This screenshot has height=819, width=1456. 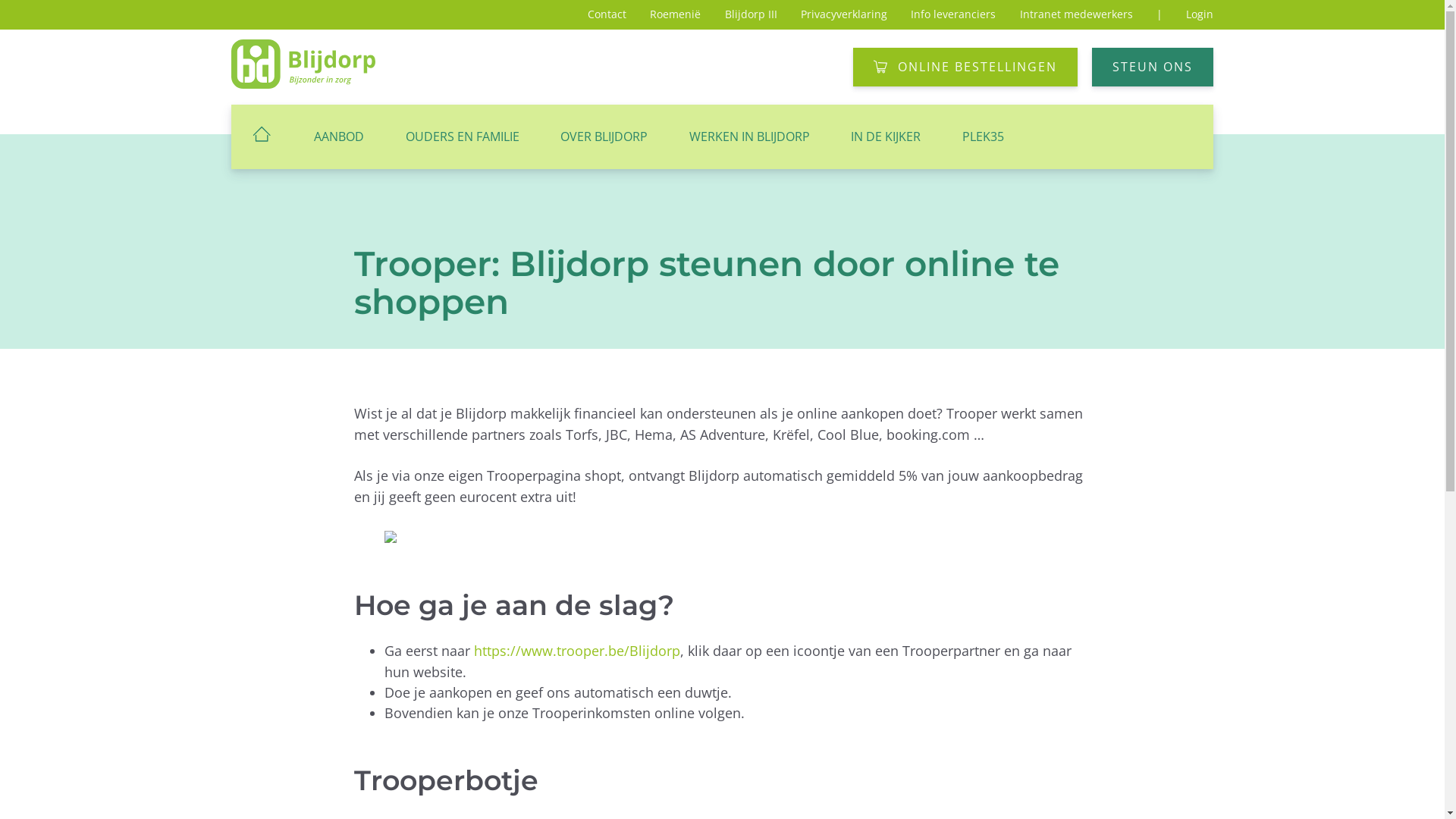 I want to click on 'OUDERS EN FAMILIE', so click(x=384, y=136).